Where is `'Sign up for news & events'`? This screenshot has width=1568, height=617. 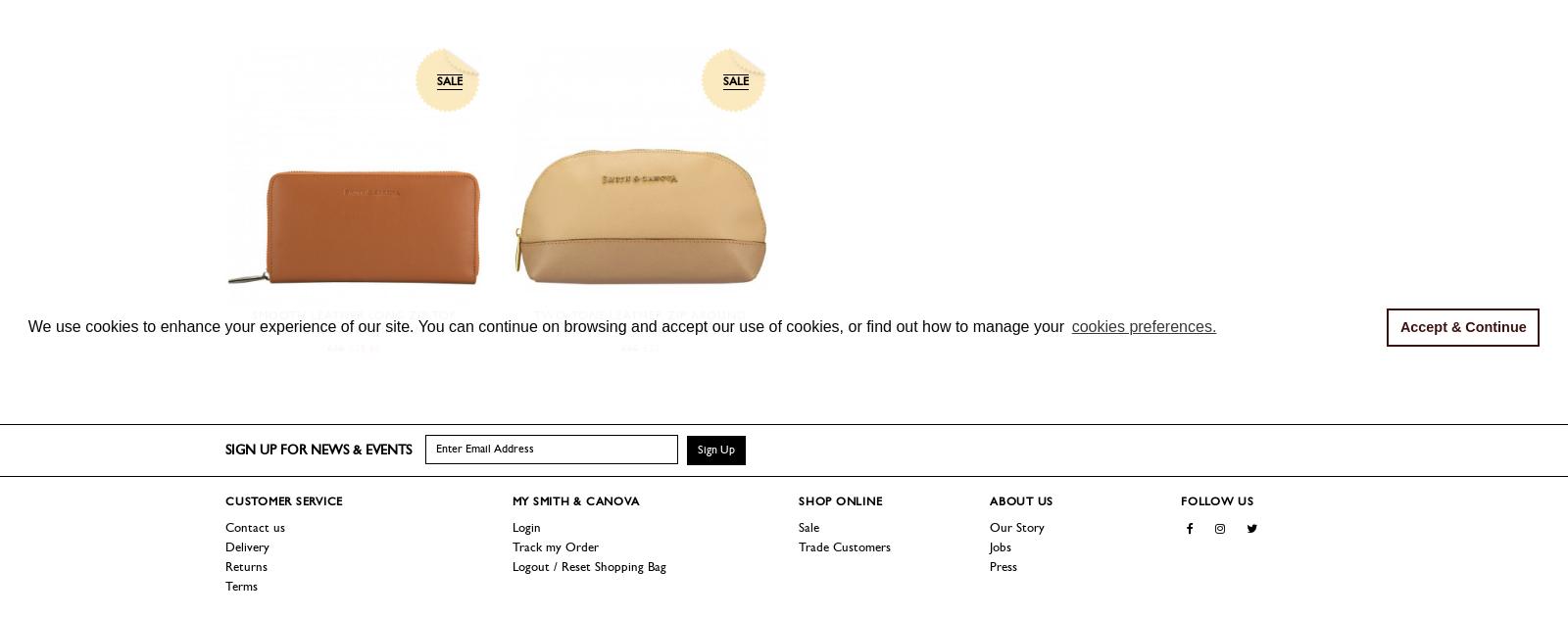 'Sign up for news & events' is located at coordinates (318, 449).